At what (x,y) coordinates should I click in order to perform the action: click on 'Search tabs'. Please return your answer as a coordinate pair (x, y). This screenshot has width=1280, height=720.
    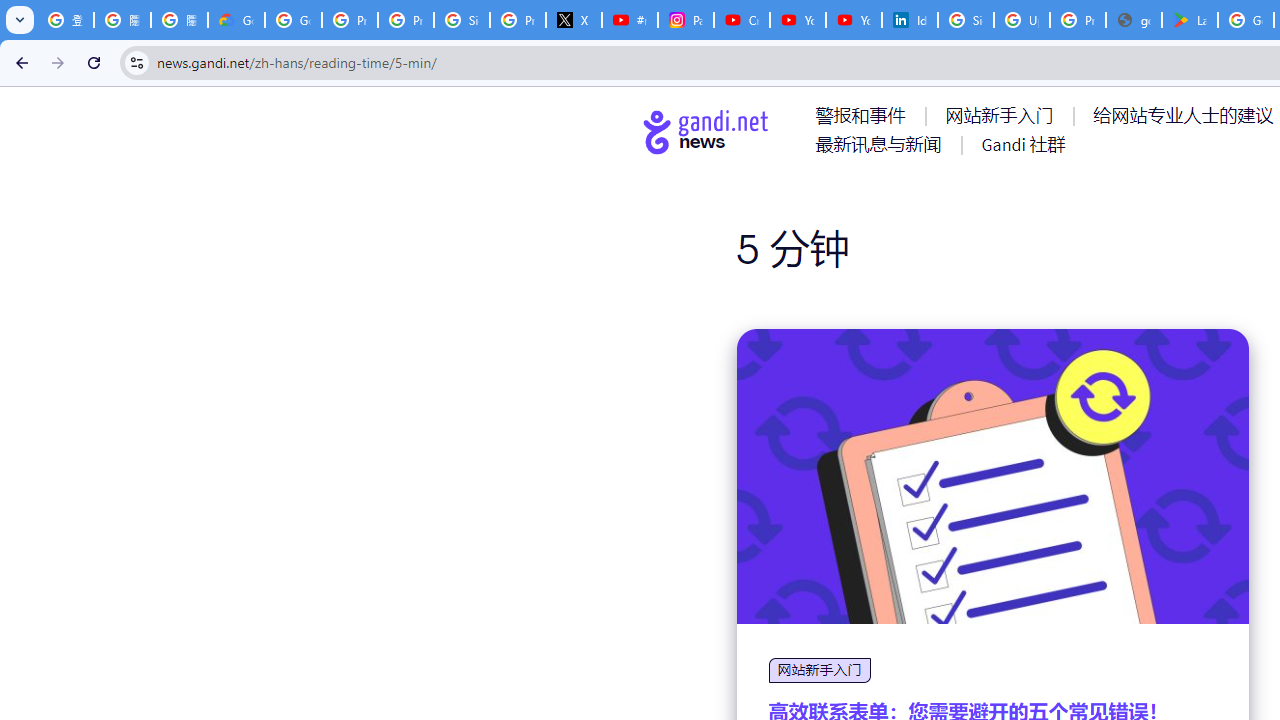
    Looking at the image, I should click on (20, 20).